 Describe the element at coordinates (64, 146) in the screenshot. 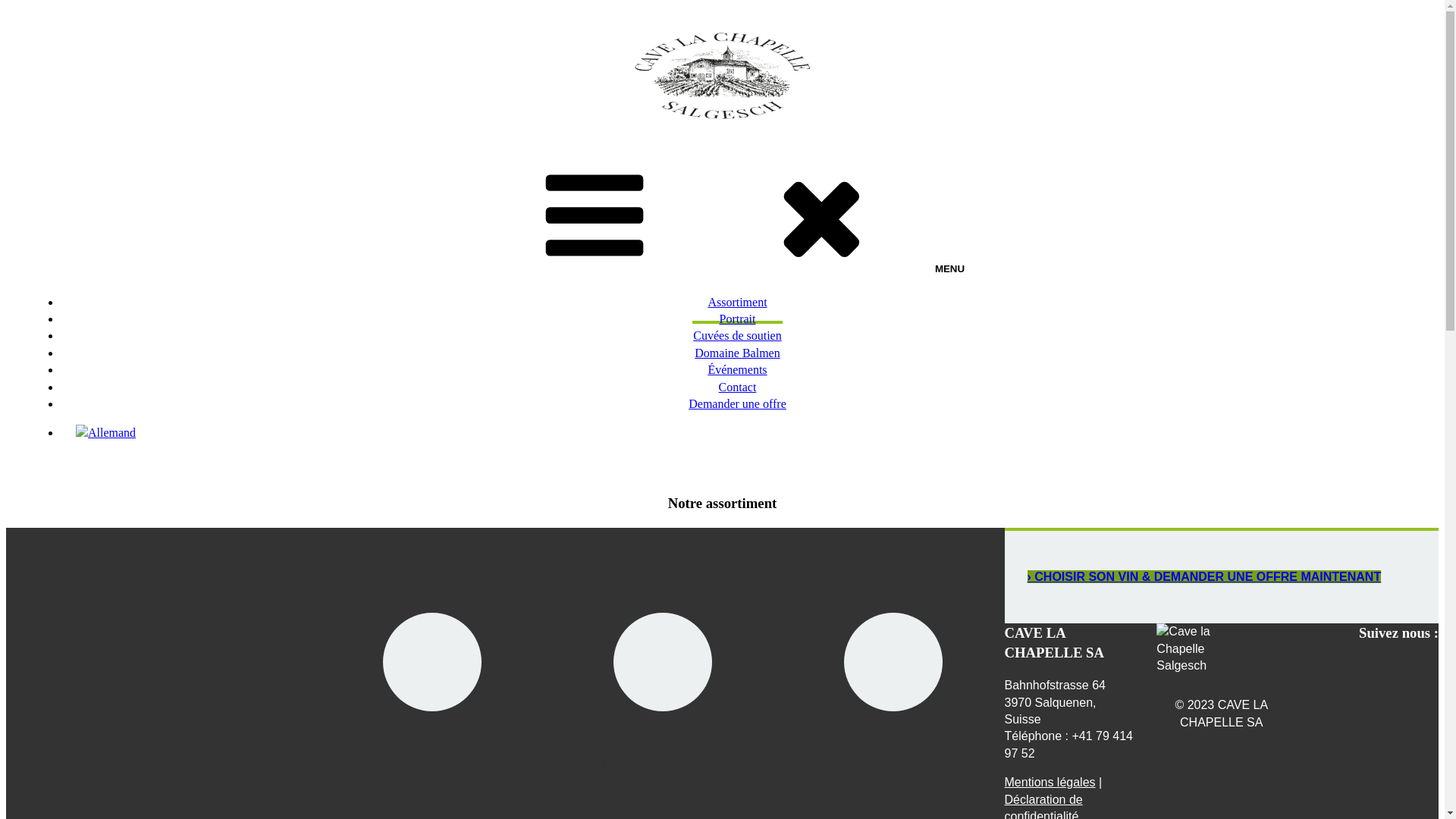

I see `'CAVE LA CHAPELLE'` at that location.